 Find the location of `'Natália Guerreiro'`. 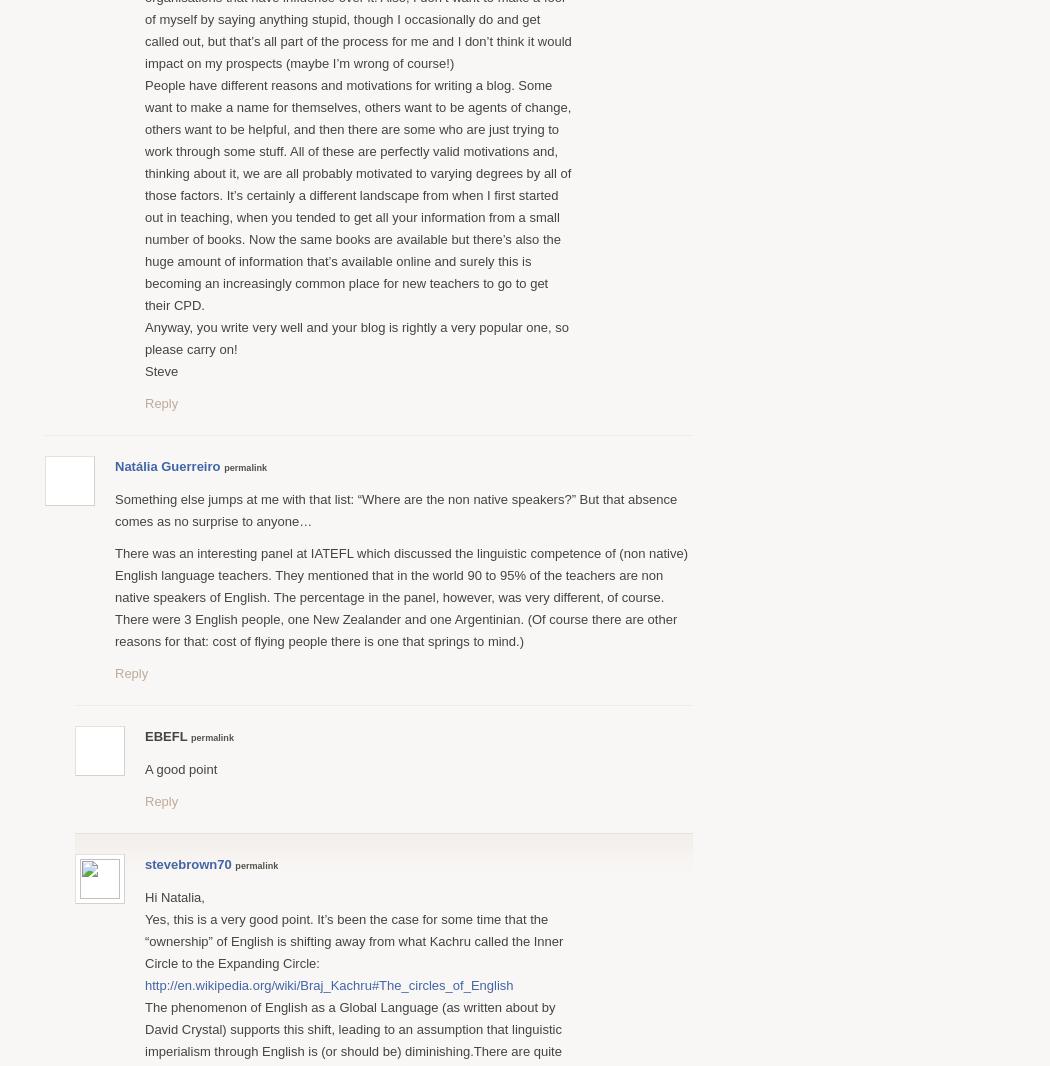

'Natália Guerreiro' is located at coordinates (113, 465).